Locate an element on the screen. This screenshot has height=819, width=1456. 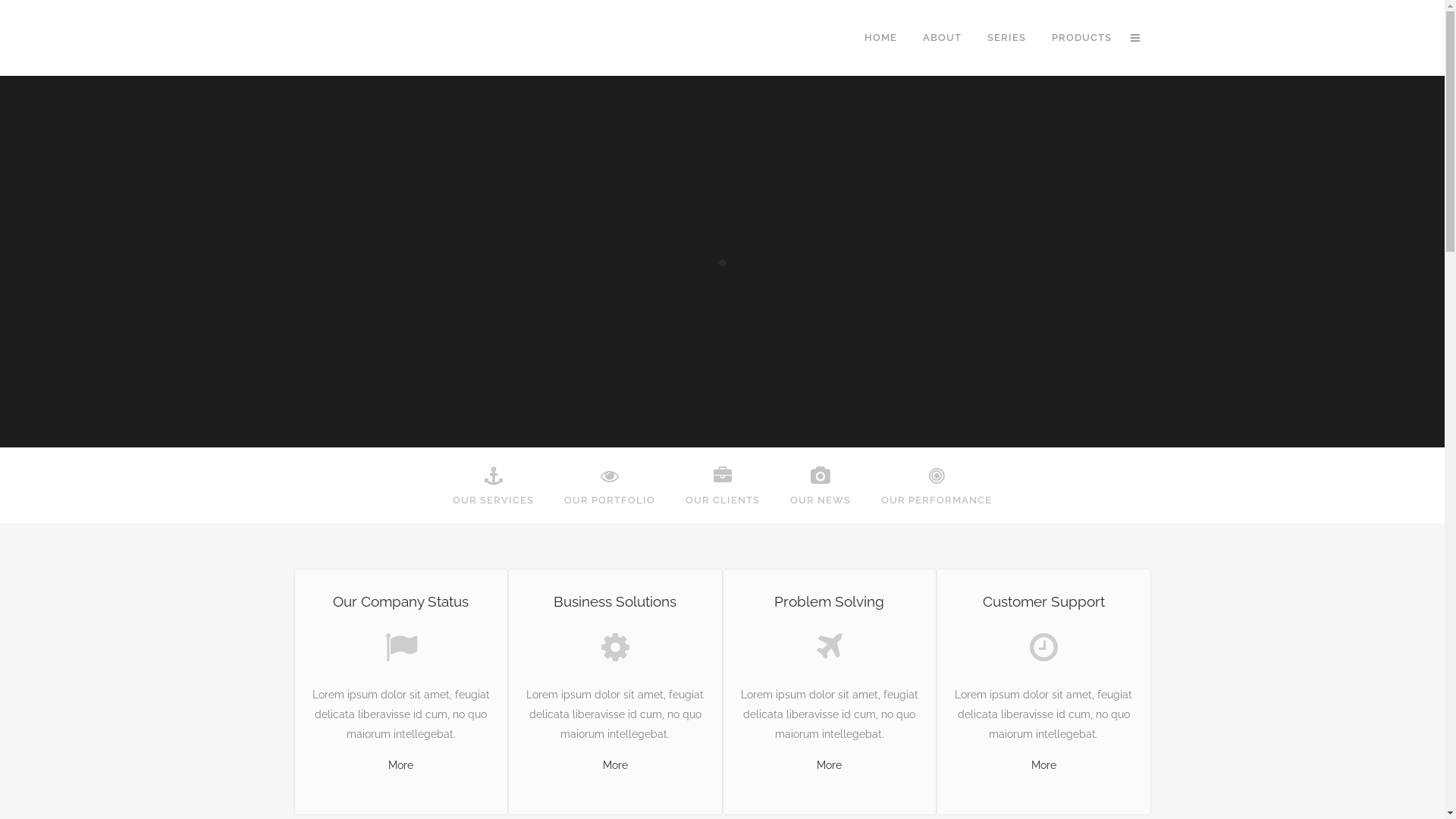
'OUR PERFORMANCE' is located at coordinates (935, 485).